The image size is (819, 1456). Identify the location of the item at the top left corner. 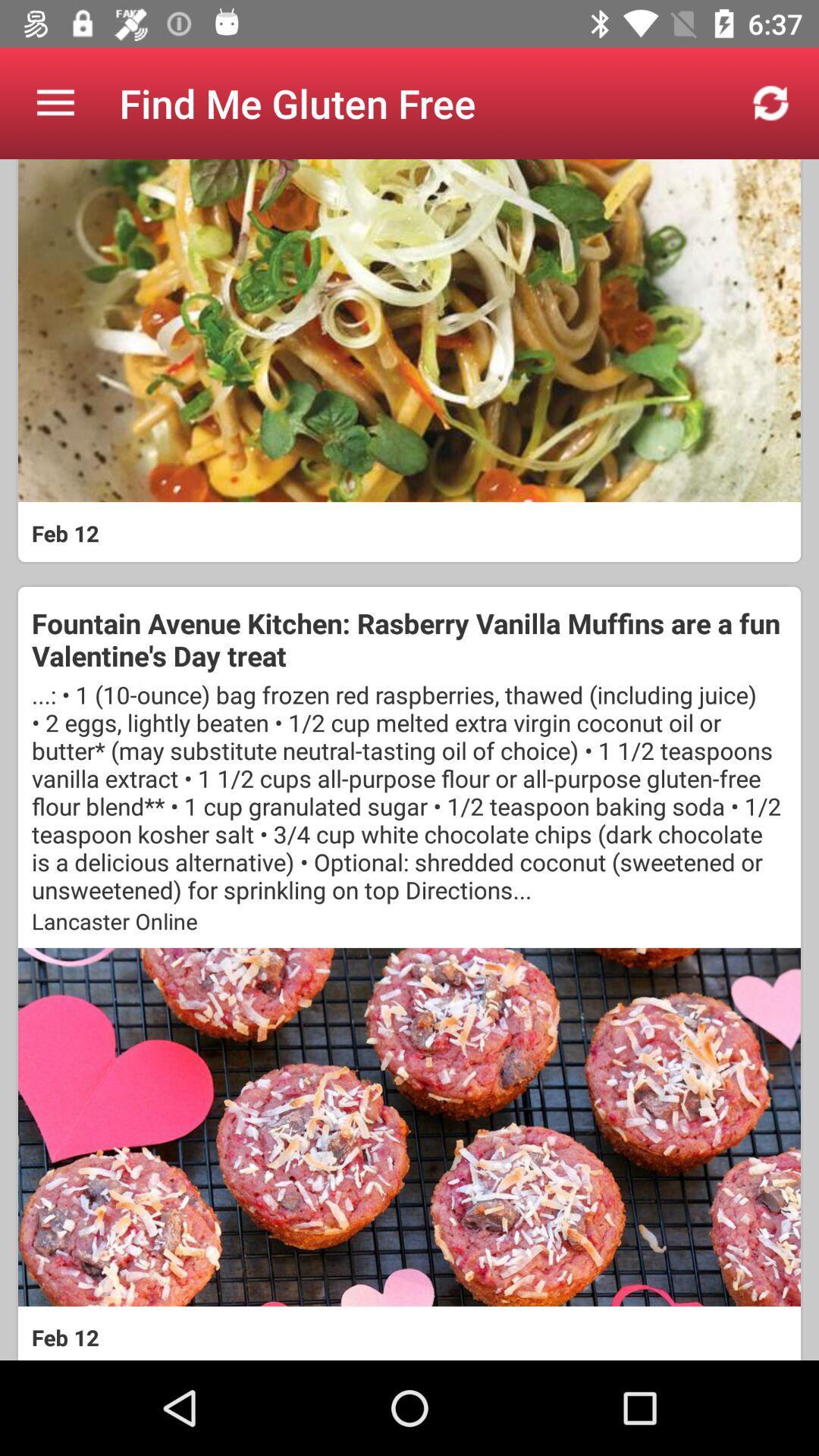
(55, 102).